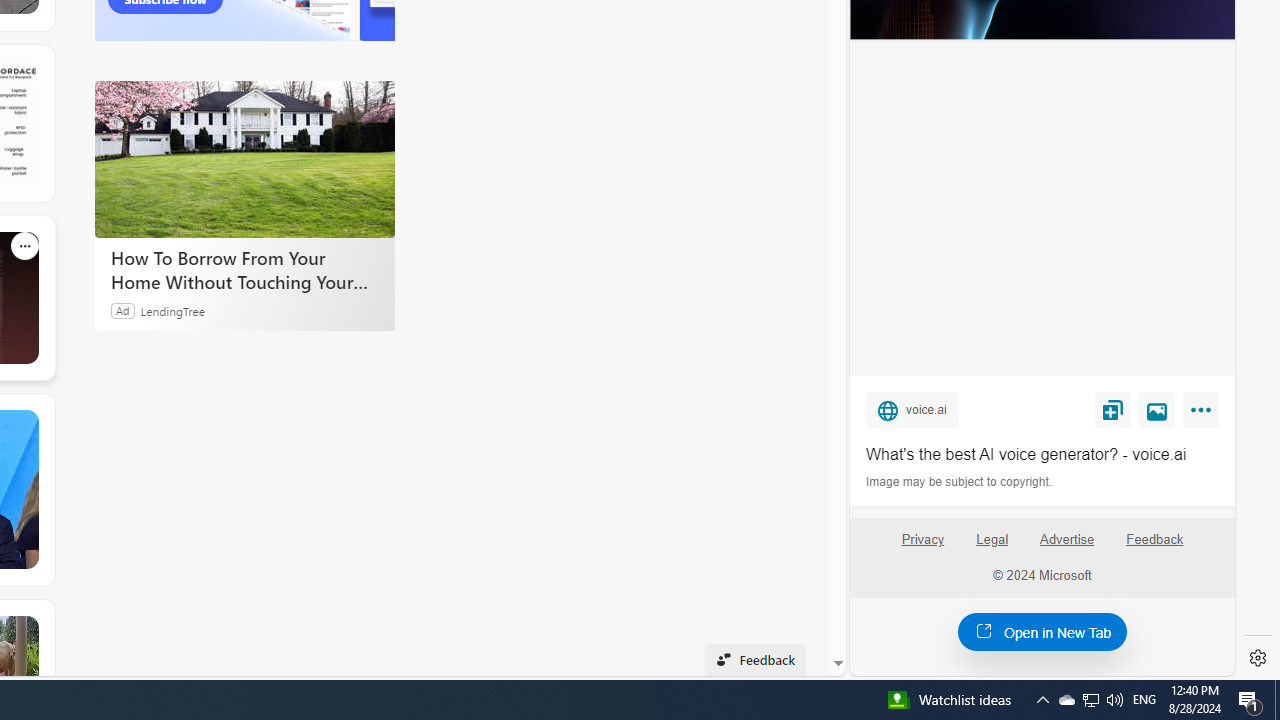 The width and height of the screenshot is (1280, 720). Describe the element at coordinates (1065, 538) in the screenshot. I see `'Advertise'` at that location.